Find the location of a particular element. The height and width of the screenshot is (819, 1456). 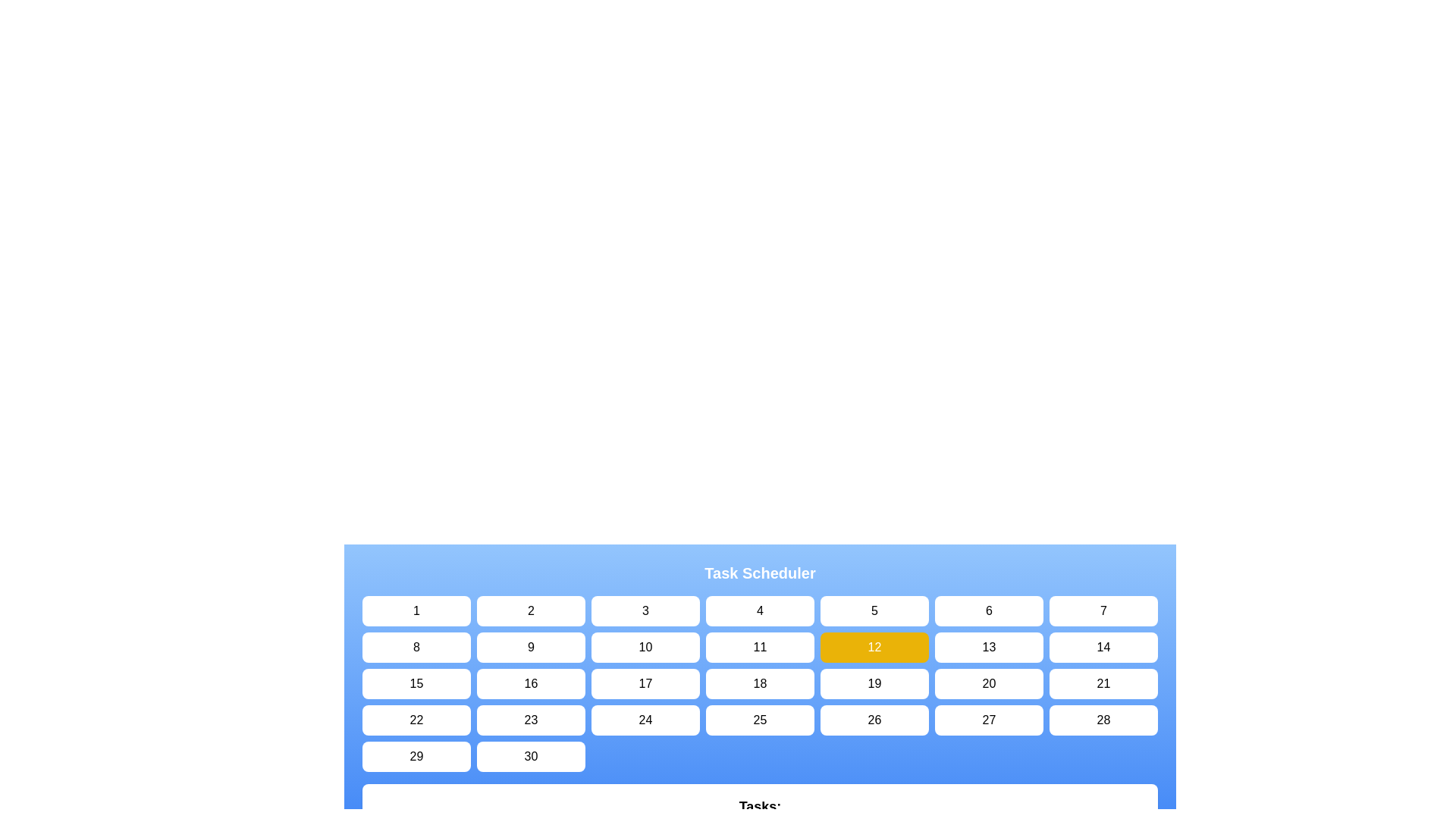

the button representing the number '5' in the grid layout is located at coordinates (874, 610).